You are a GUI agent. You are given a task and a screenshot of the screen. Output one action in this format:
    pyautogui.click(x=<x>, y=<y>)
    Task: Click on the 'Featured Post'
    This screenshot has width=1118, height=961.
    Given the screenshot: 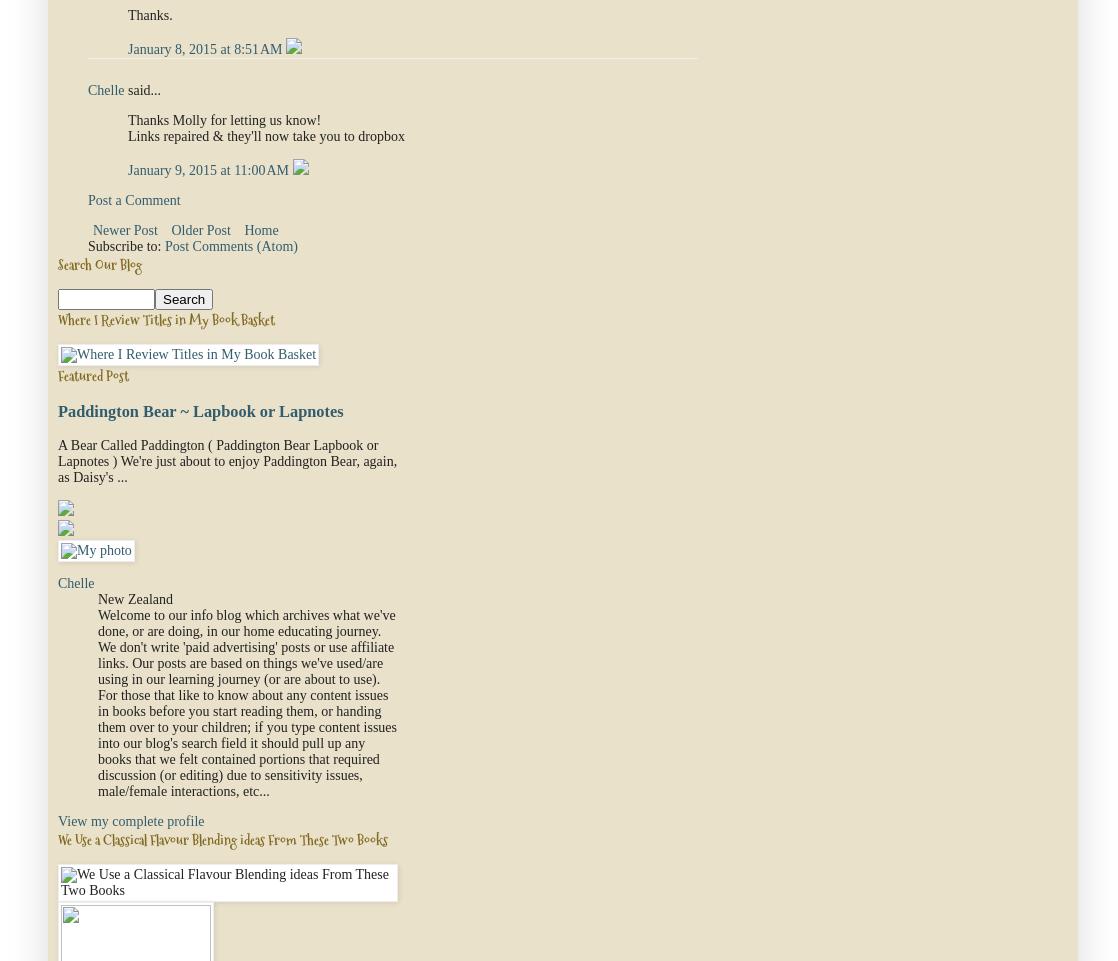 What is the action you would take?
    pyautogui.click(x=58, y=373)
    